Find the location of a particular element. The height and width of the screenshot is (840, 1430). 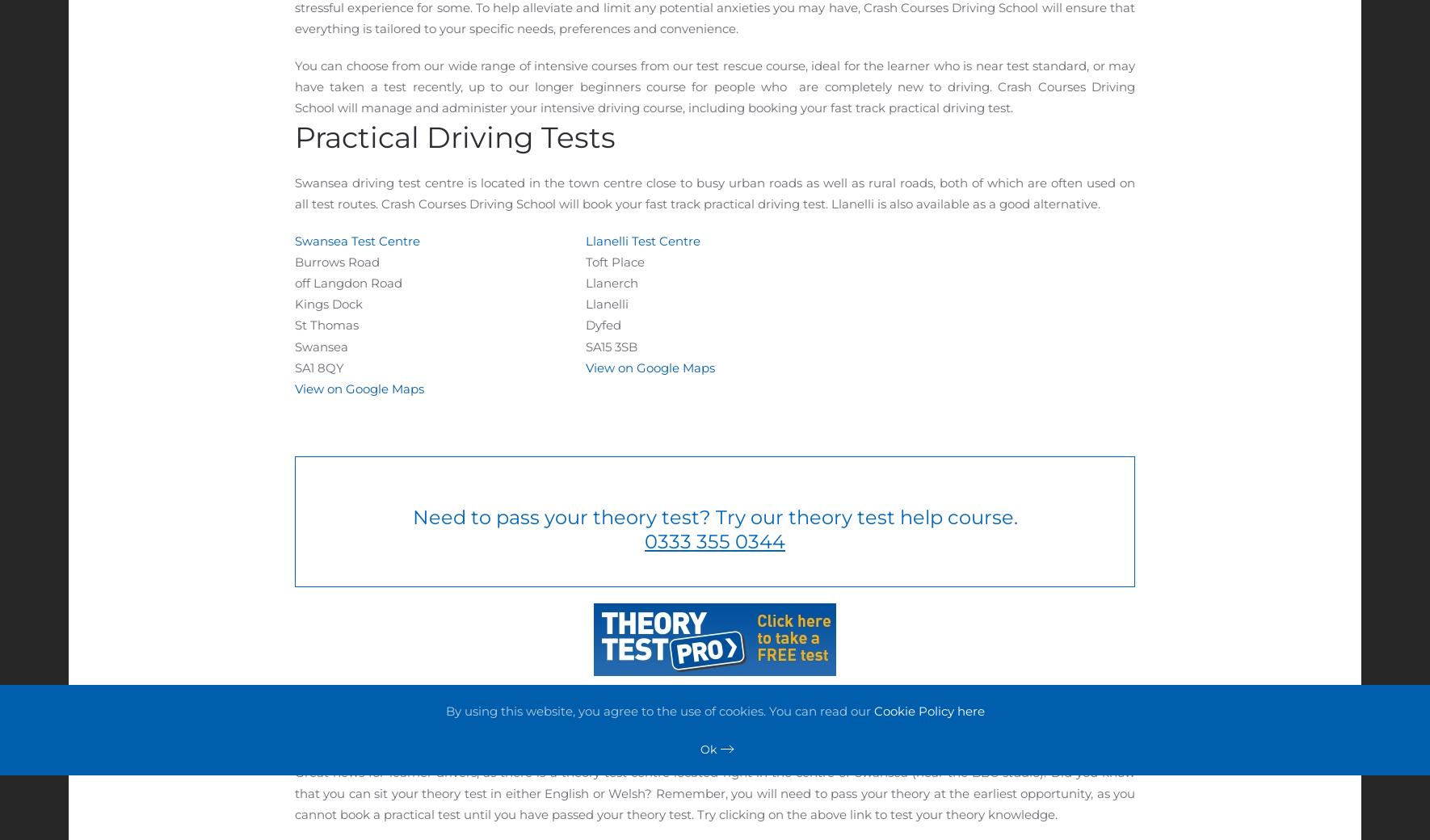

'Kings Dock' is located at coordinates (330, 303).